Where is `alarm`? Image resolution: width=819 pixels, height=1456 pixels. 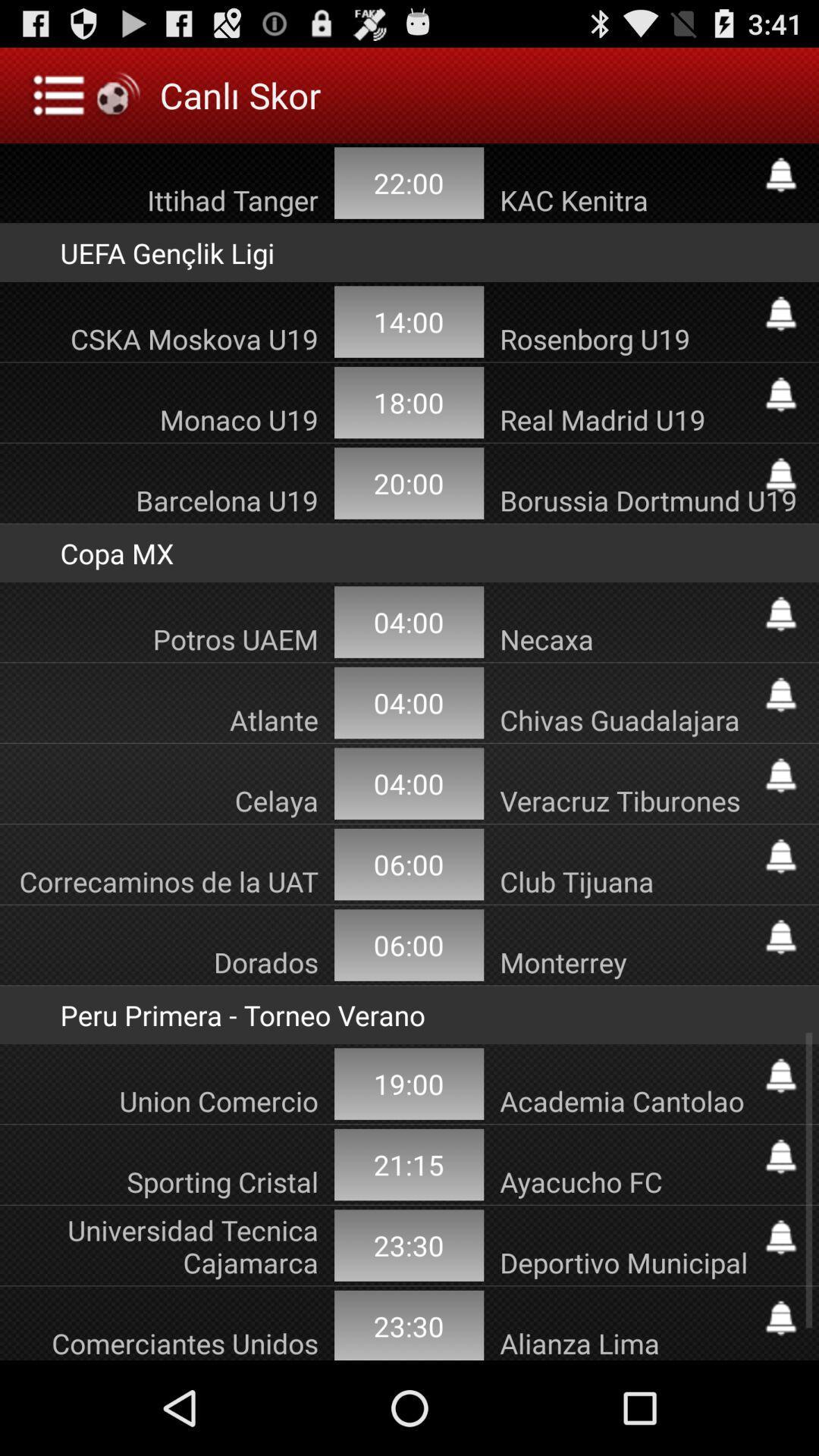
alarm is located at coordinates (780, 937).